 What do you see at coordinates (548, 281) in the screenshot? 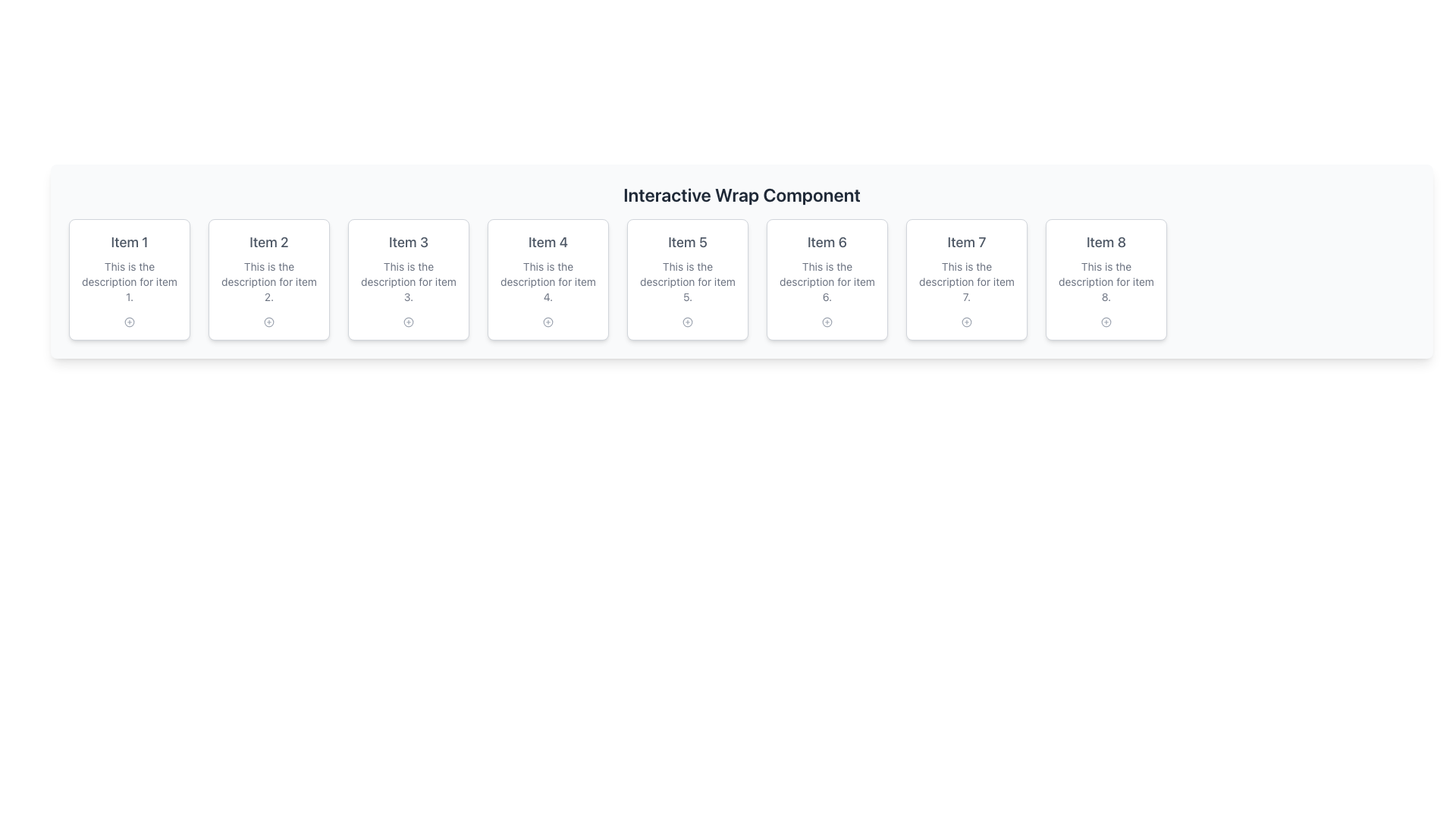
I see `the Text Display element that provides additional information about 'Item 4', which is positioned below the title and above an icon button` at bounding box center [548, 281].